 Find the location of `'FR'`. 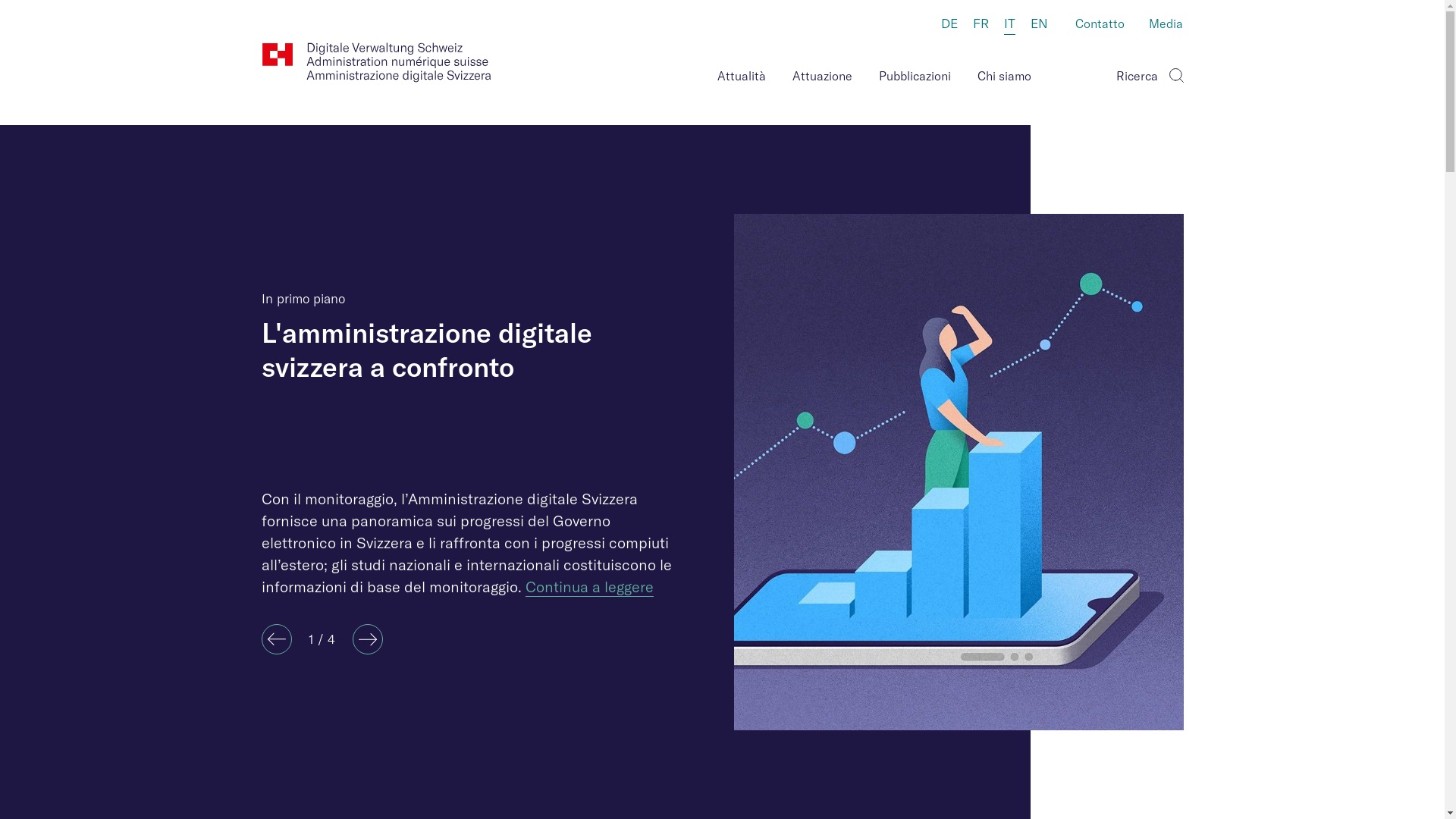

'FR' is located at coordinates (980, 24).